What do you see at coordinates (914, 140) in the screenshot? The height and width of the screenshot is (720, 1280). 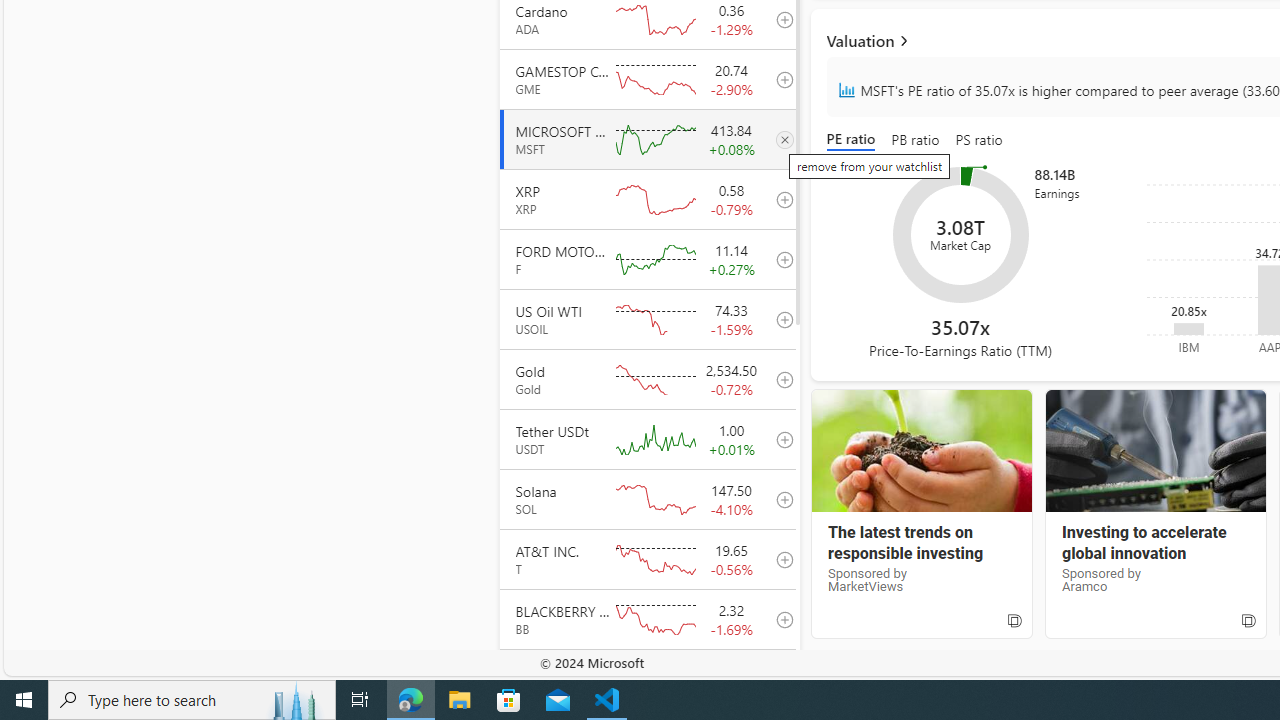 I see `'PB ratio'` at bounding box center [914, 140].